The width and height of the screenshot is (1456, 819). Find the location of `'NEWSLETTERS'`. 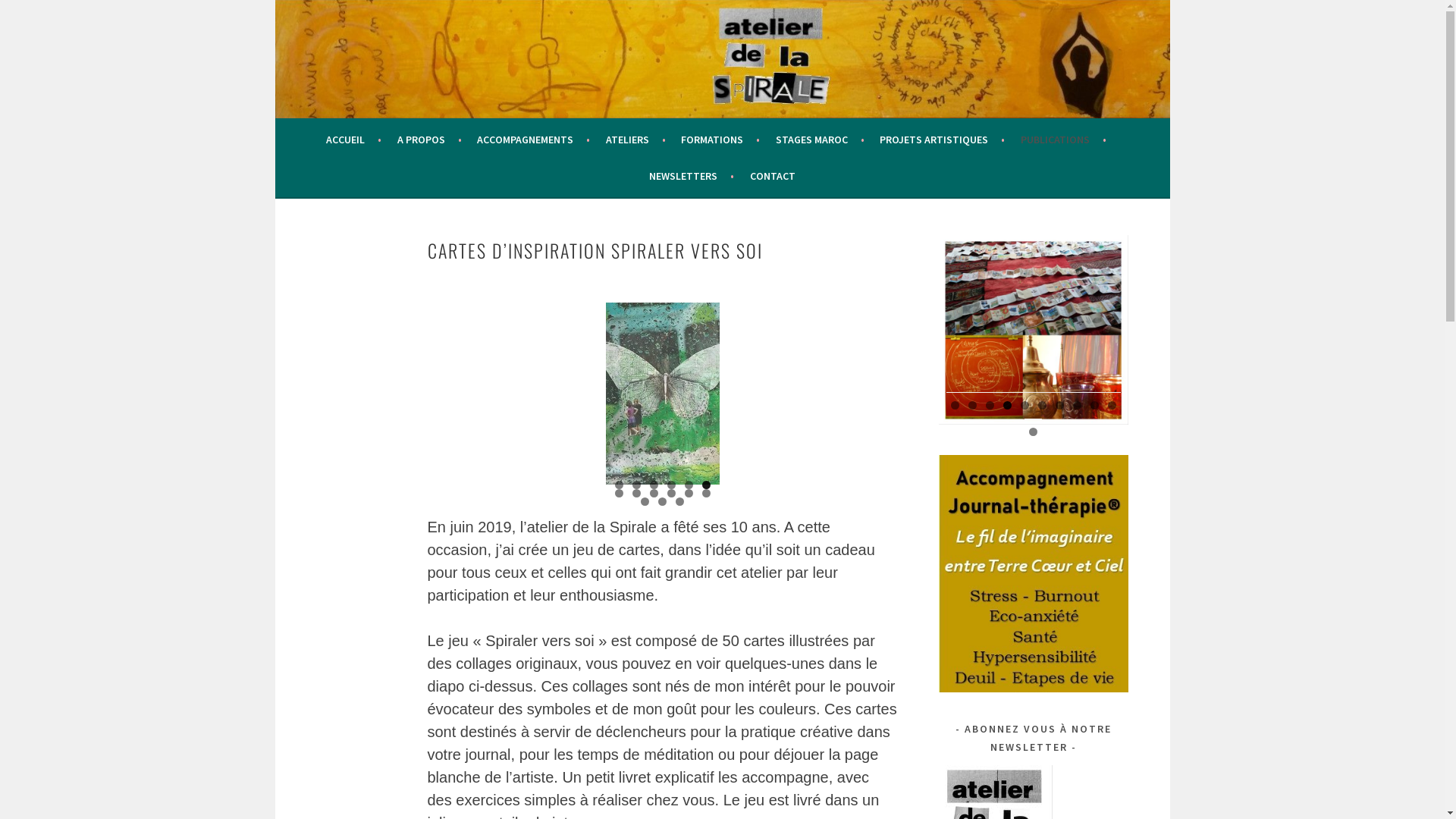

'NEWSLETTERS' is located at coordinates (691, 174).